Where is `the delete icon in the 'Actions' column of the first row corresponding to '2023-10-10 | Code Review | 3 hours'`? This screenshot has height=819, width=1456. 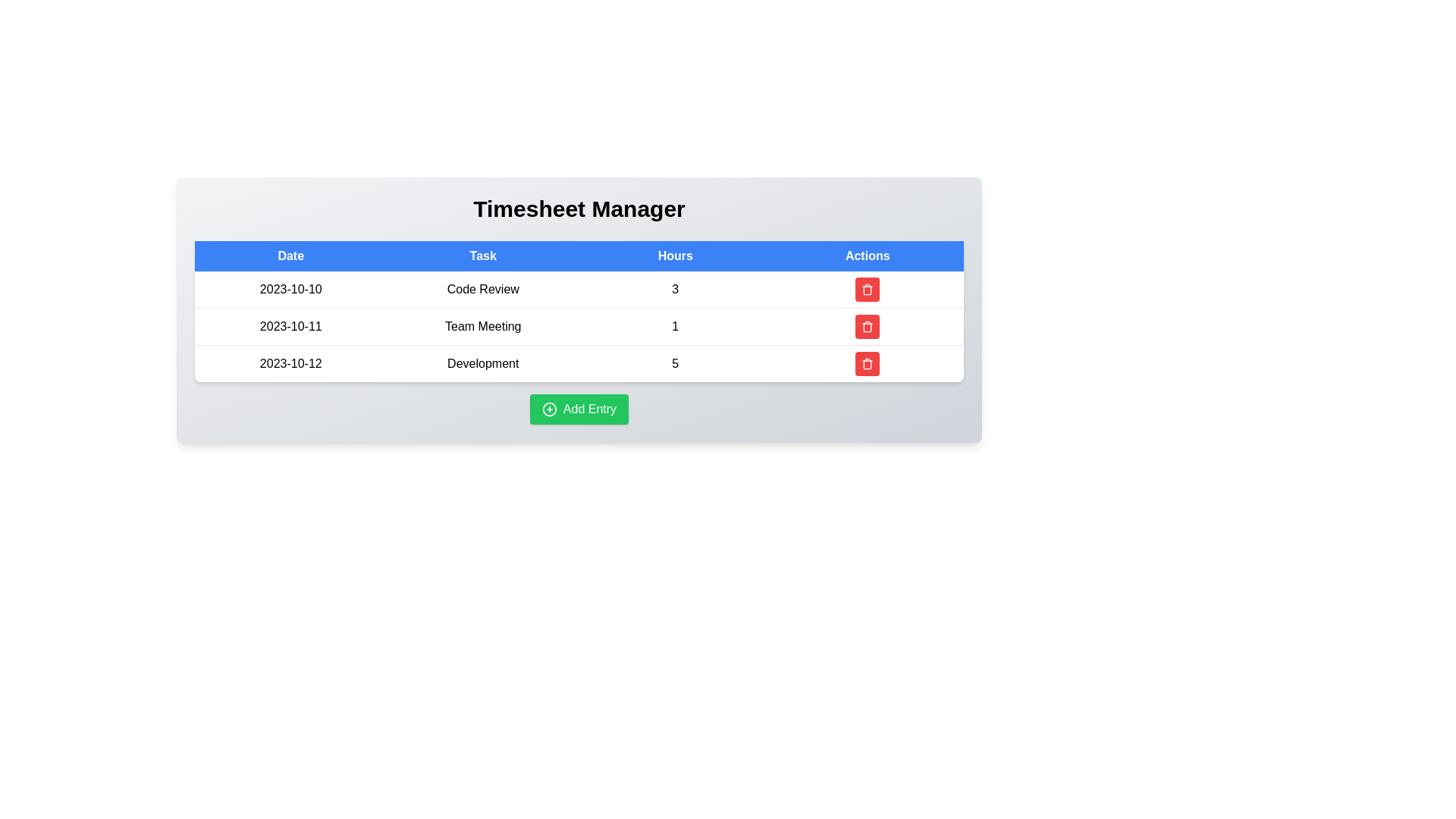
the delete icon in the 'Actions' column of the first row corresponding to '2023-10-10 | Code Review | 3 hours' is located at coordinates (868, 289).